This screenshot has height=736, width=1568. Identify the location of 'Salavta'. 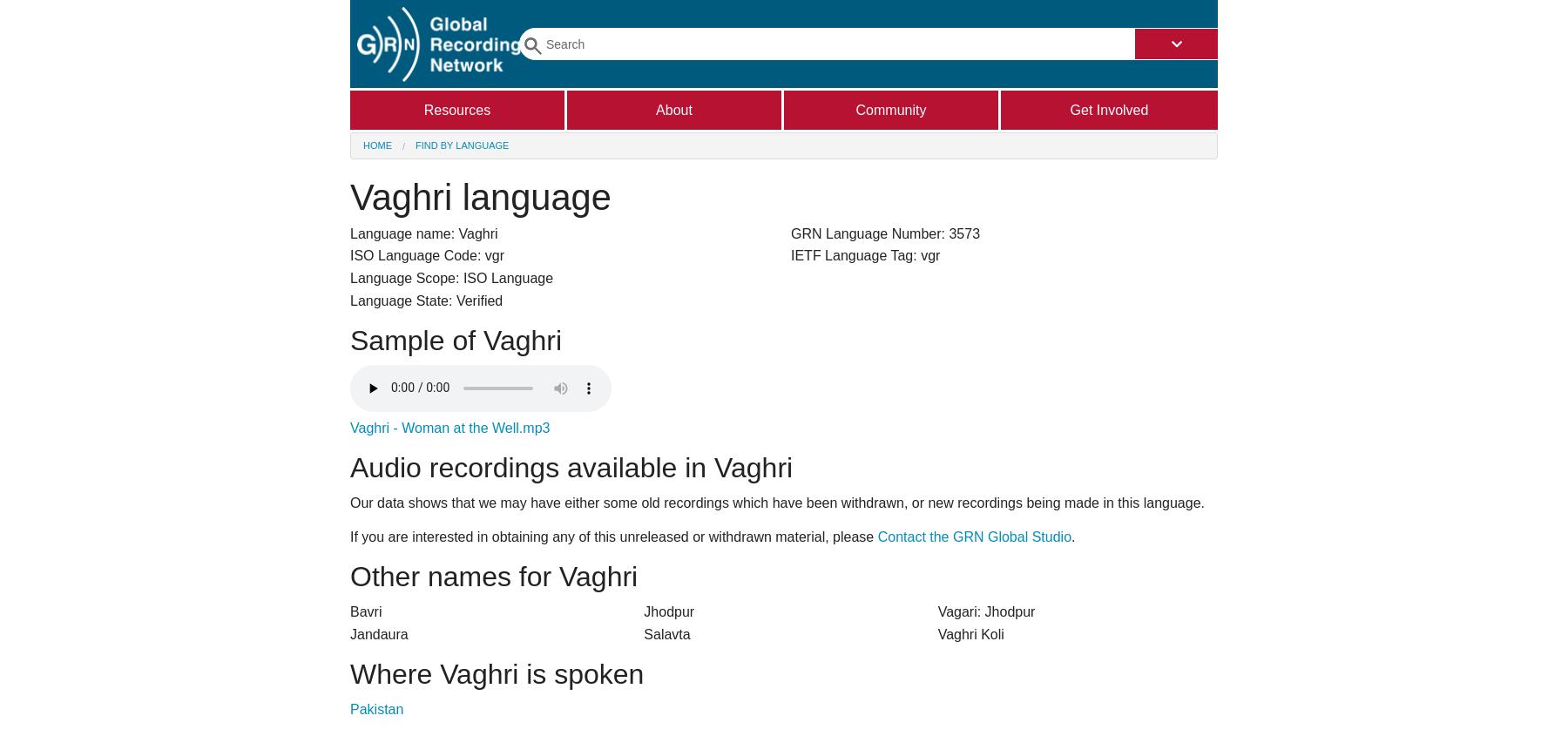
(643, 632).